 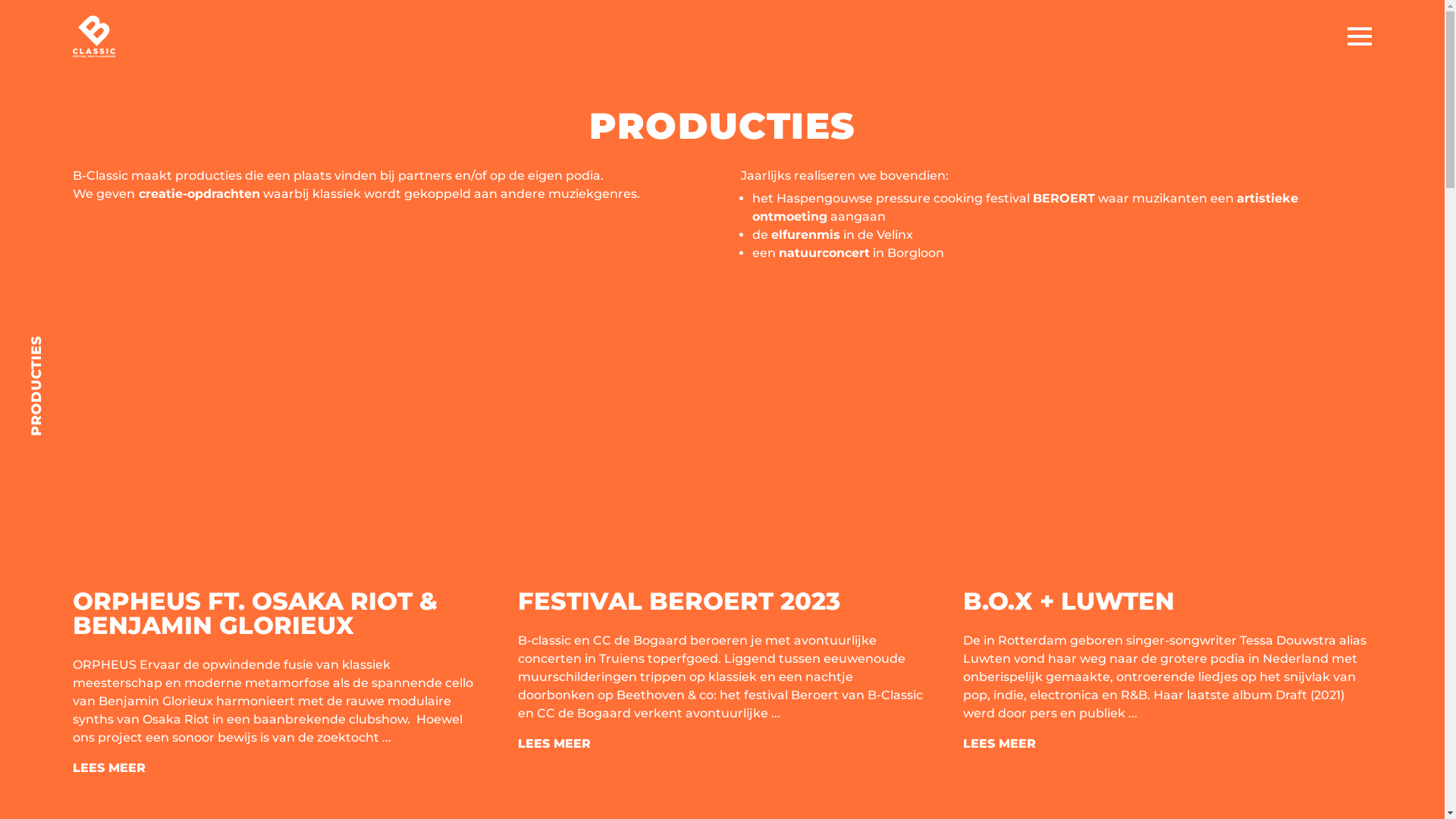 I want to click on 'B.O.X + LUWTEN', so click(x=962, y=600).